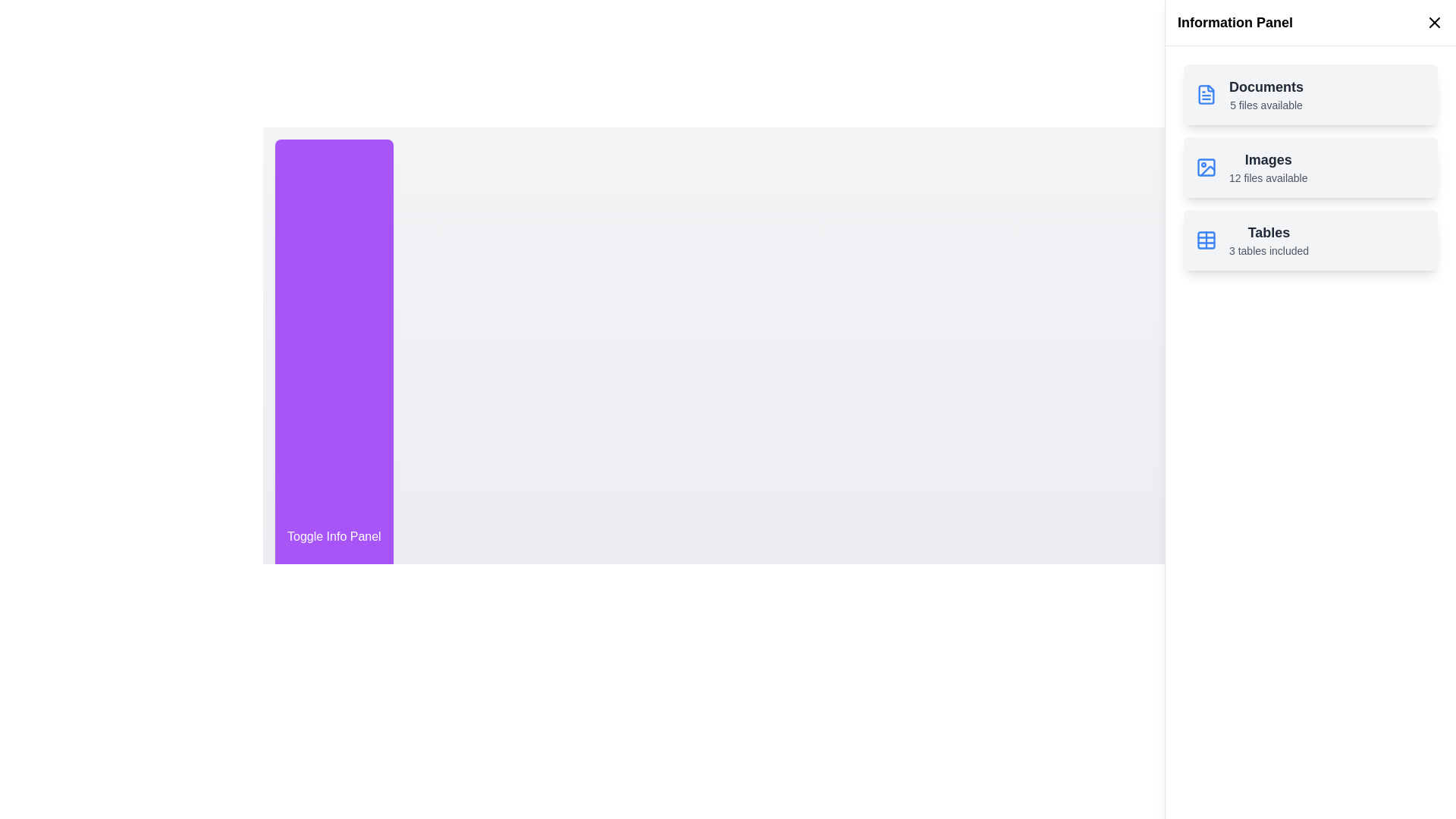 The image size is (1456, 819). Describe the element at coordinates (333, 536) in the screenshot. I see `the 'Toggle Info Panel' button to toggle the visibility of the InfoDrawer` at that location.